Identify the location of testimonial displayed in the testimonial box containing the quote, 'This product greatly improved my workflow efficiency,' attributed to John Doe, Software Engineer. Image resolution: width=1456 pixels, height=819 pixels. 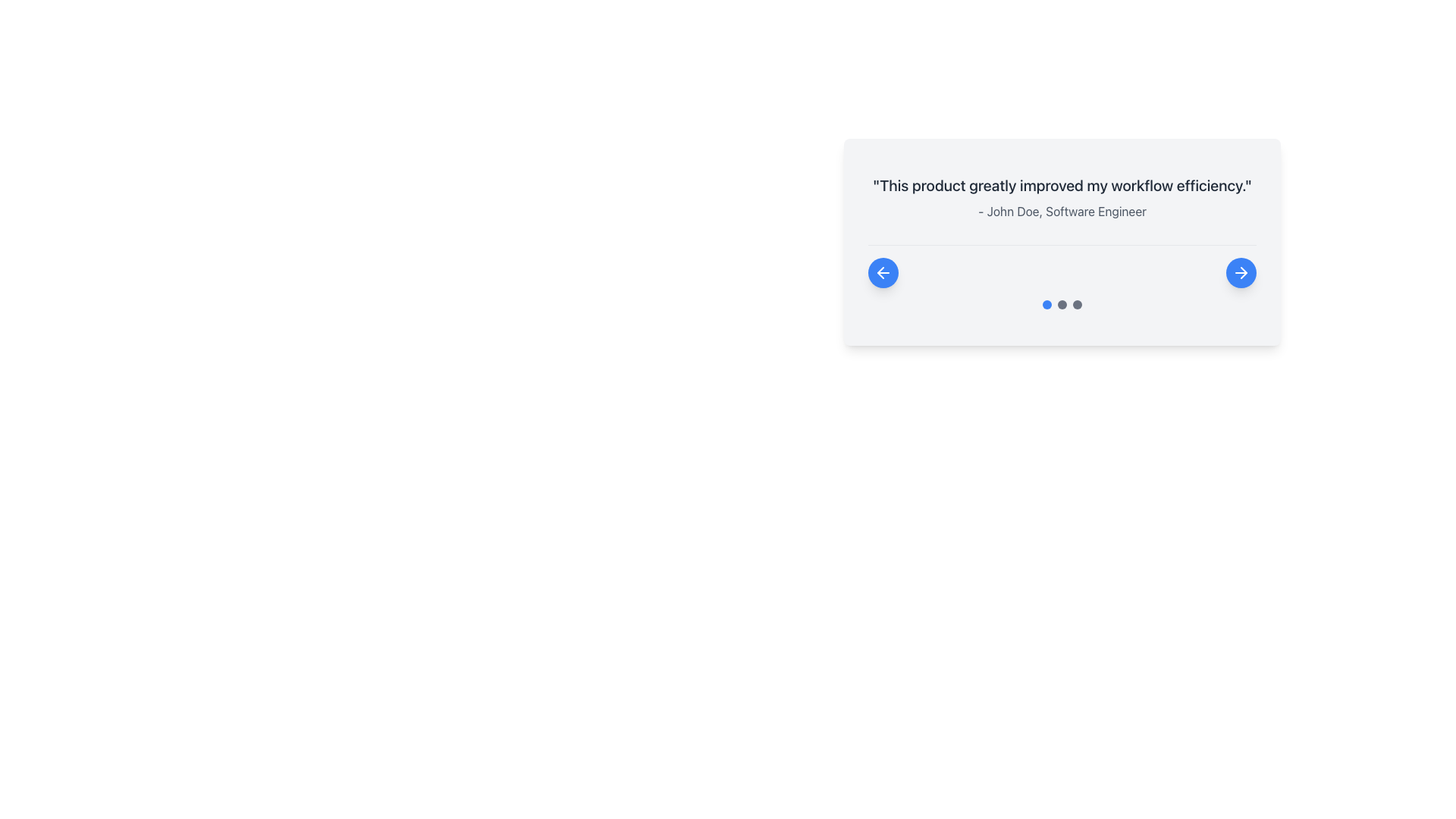
(1062, 312).